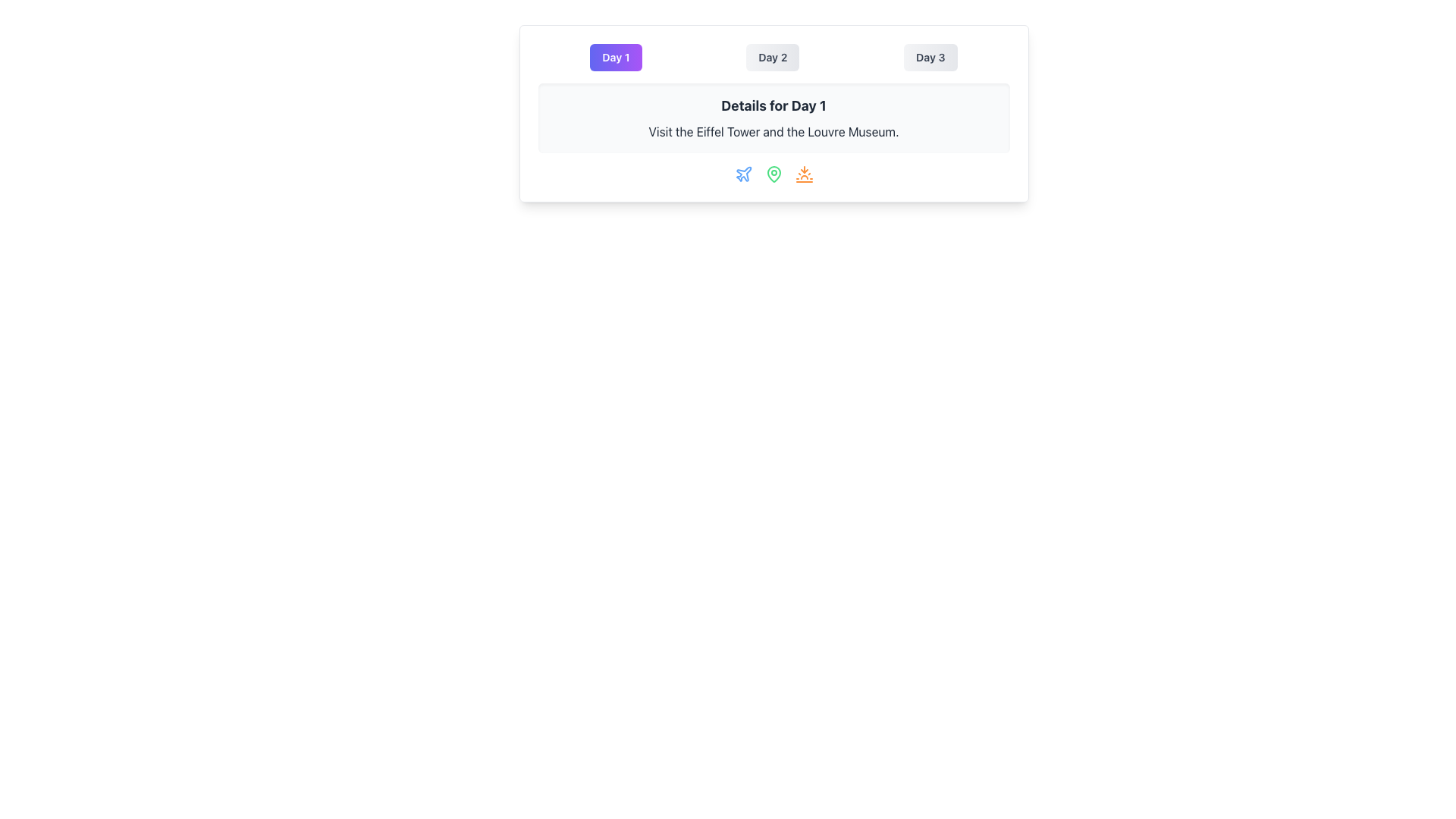 Image resolution: width=1456 pixels, height=819 pixels. What do you see at coordinates (616, 57) in the screenshot?
I see `the leftmost button in the navigation system` at bounding box center [616, 57].